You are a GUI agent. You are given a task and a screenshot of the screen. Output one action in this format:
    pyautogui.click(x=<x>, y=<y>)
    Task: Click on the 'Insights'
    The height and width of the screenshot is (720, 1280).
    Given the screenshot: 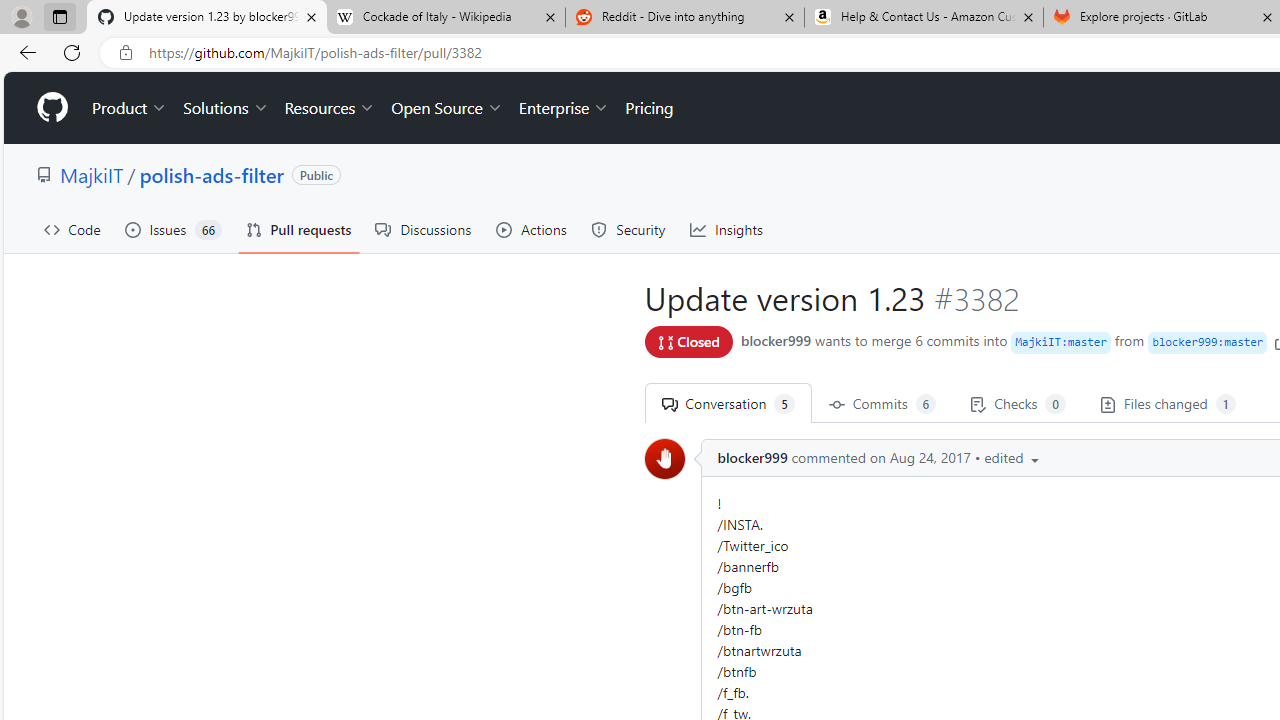 What is the action you would take?
    pyautogui.click(x=726, y=229)
    